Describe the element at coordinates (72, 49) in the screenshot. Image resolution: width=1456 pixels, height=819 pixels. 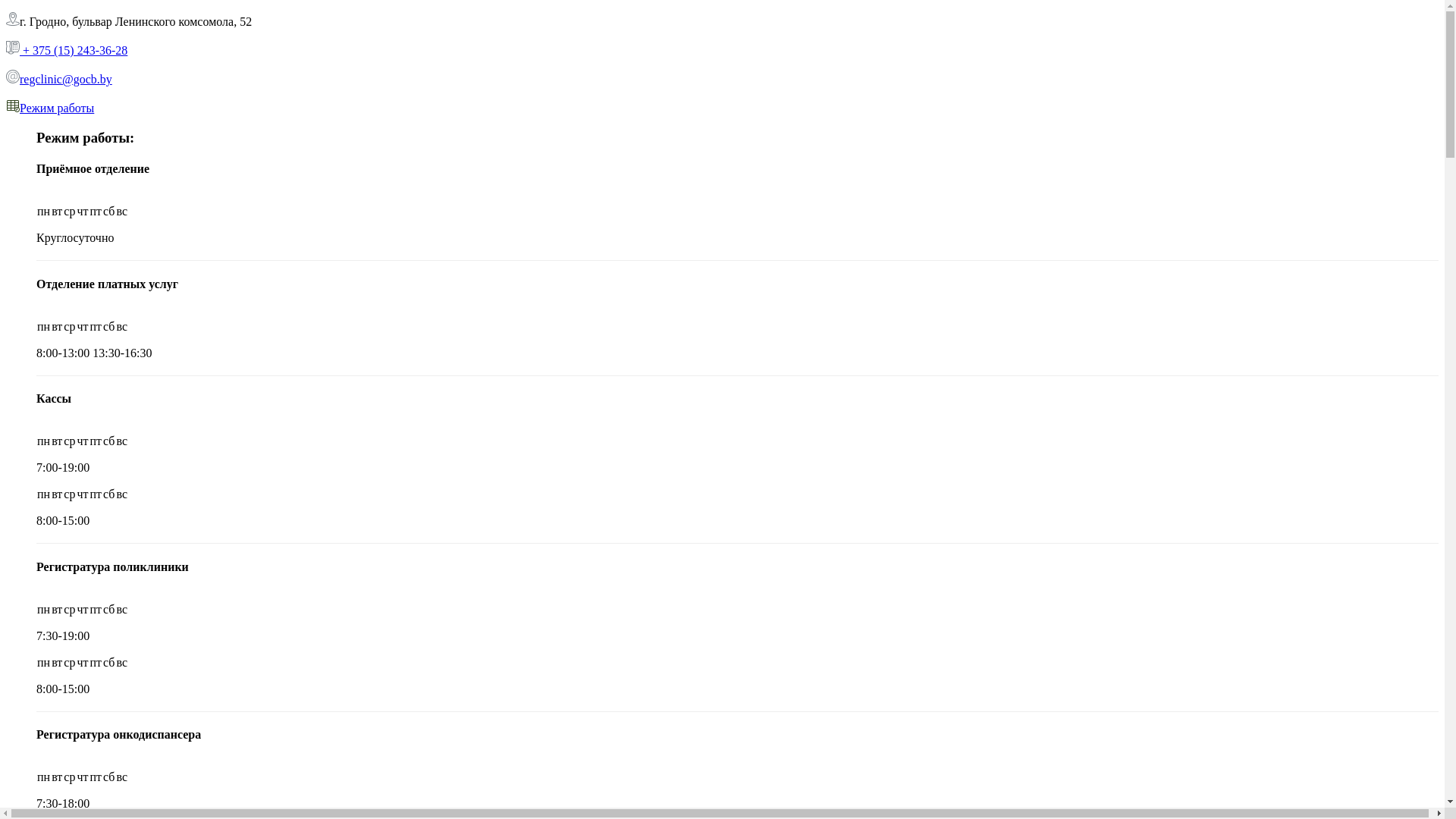
I see `'+ 375 (15) 243-36-28'` at that location.